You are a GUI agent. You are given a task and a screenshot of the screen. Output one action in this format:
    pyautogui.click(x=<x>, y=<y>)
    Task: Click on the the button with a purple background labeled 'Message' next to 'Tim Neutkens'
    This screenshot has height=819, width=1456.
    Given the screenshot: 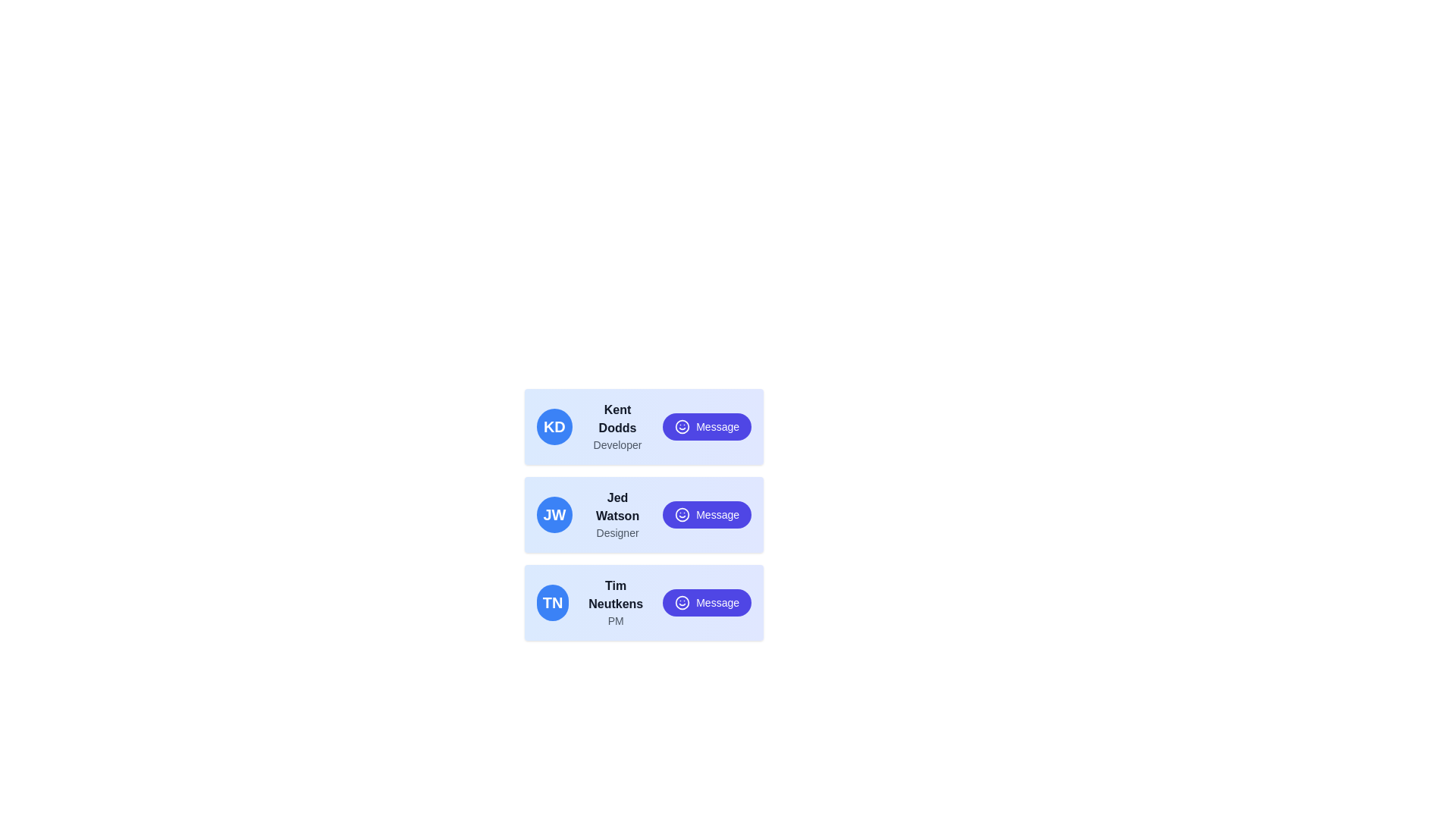 What is the action you would take?
    pyautogui.click(x=706, y=601)
    